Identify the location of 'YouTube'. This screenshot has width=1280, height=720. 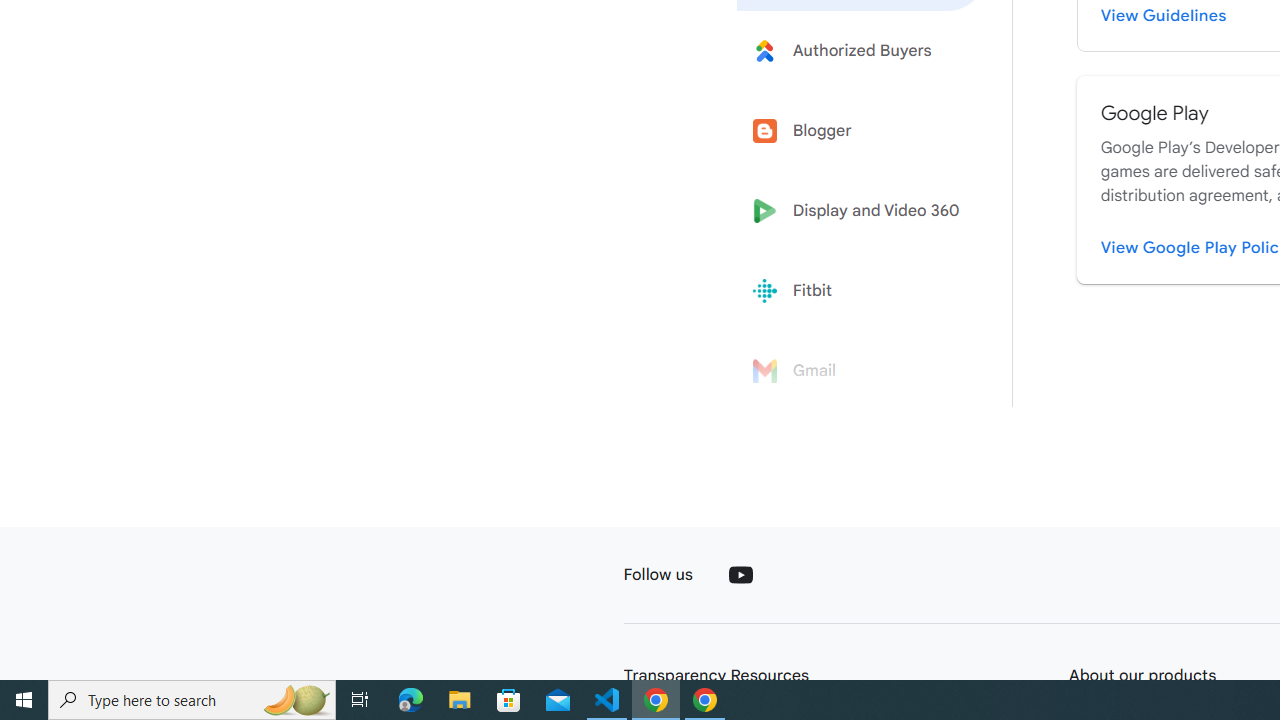
(739, 574).